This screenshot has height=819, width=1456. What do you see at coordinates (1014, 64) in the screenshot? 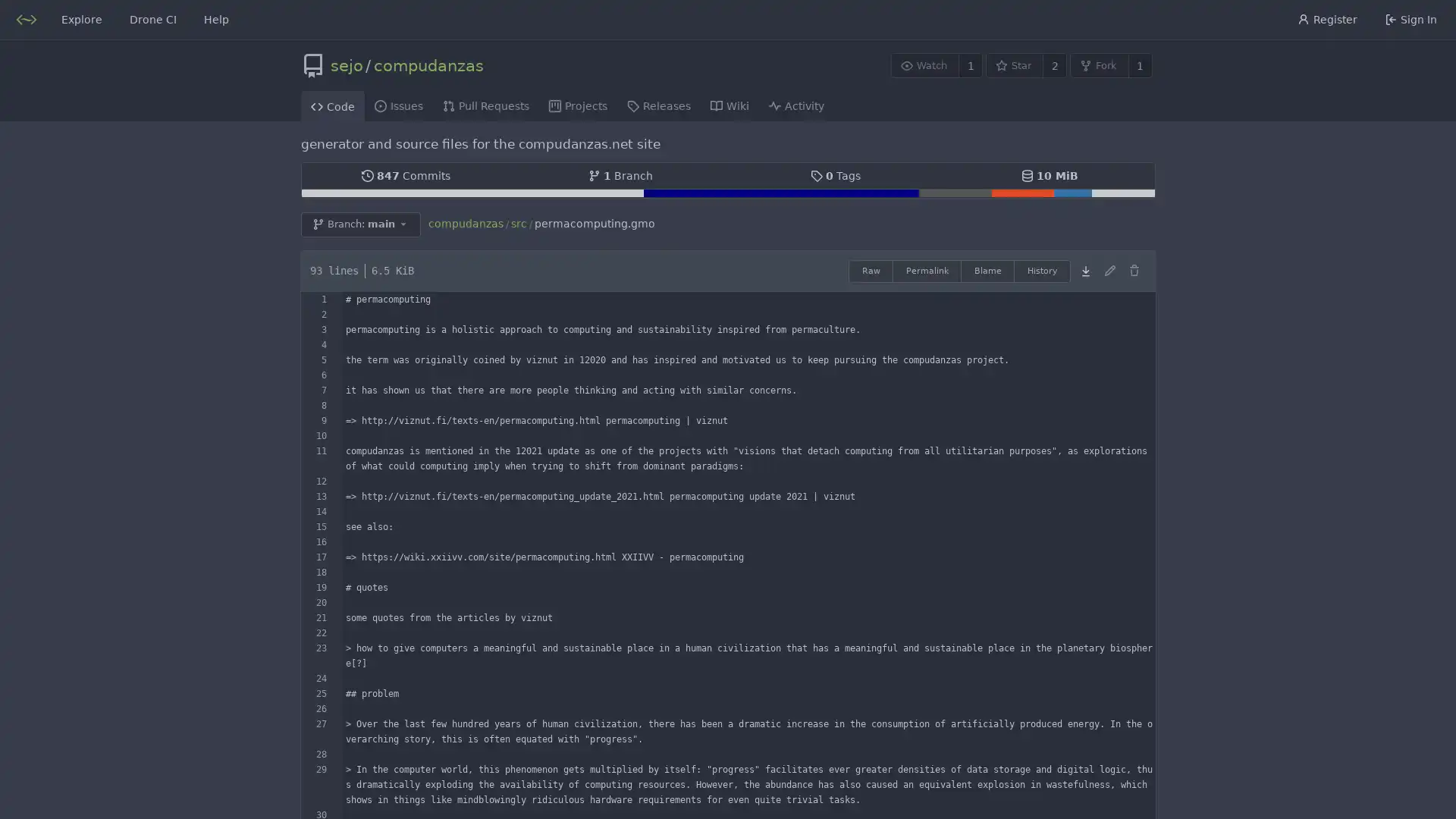
I see `Star` at bounding box center [1014, 64].